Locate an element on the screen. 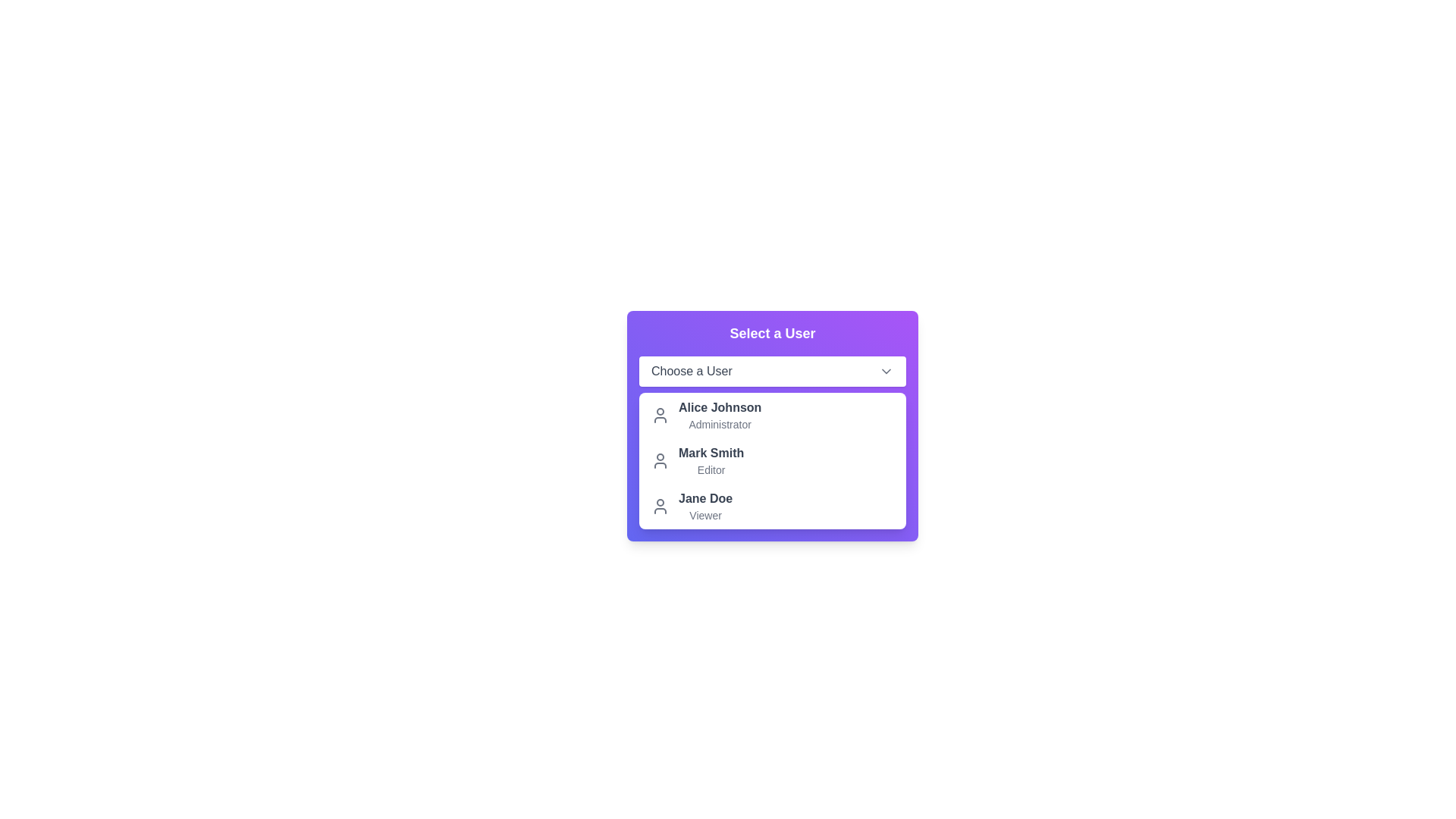 The width and height of the screenshot is (1456, 819). text label describing the user 'Mark Smith' as an 'Editor', located beneath the 'Mark Smith' text in the user list entry is located at coordinates (711, 469).